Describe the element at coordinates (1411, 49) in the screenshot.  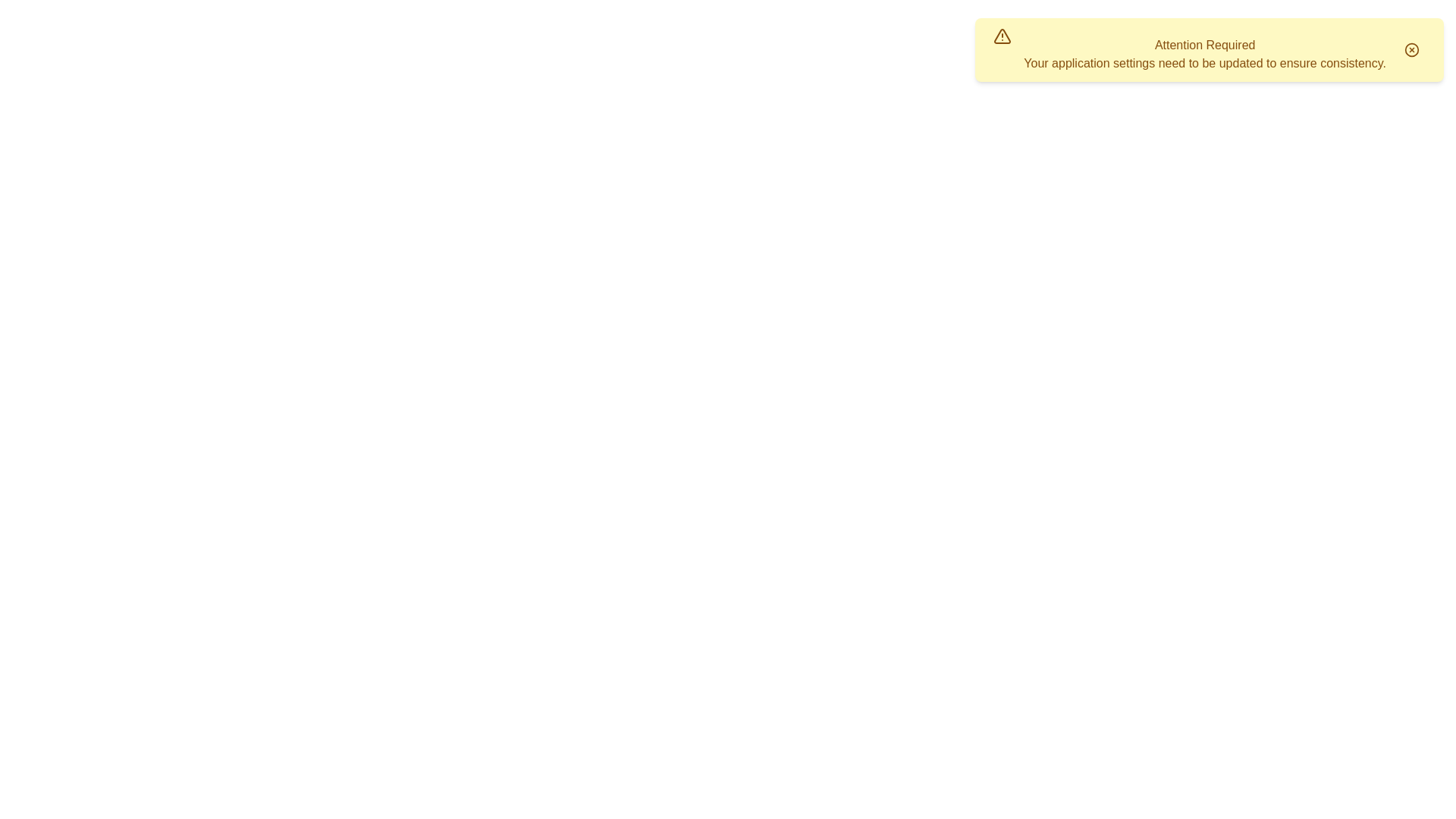
I see `the circular graphical component that is part of an icon with a thin border, located near the top-right corner of the interface, adjacent to a warning message` at that location.